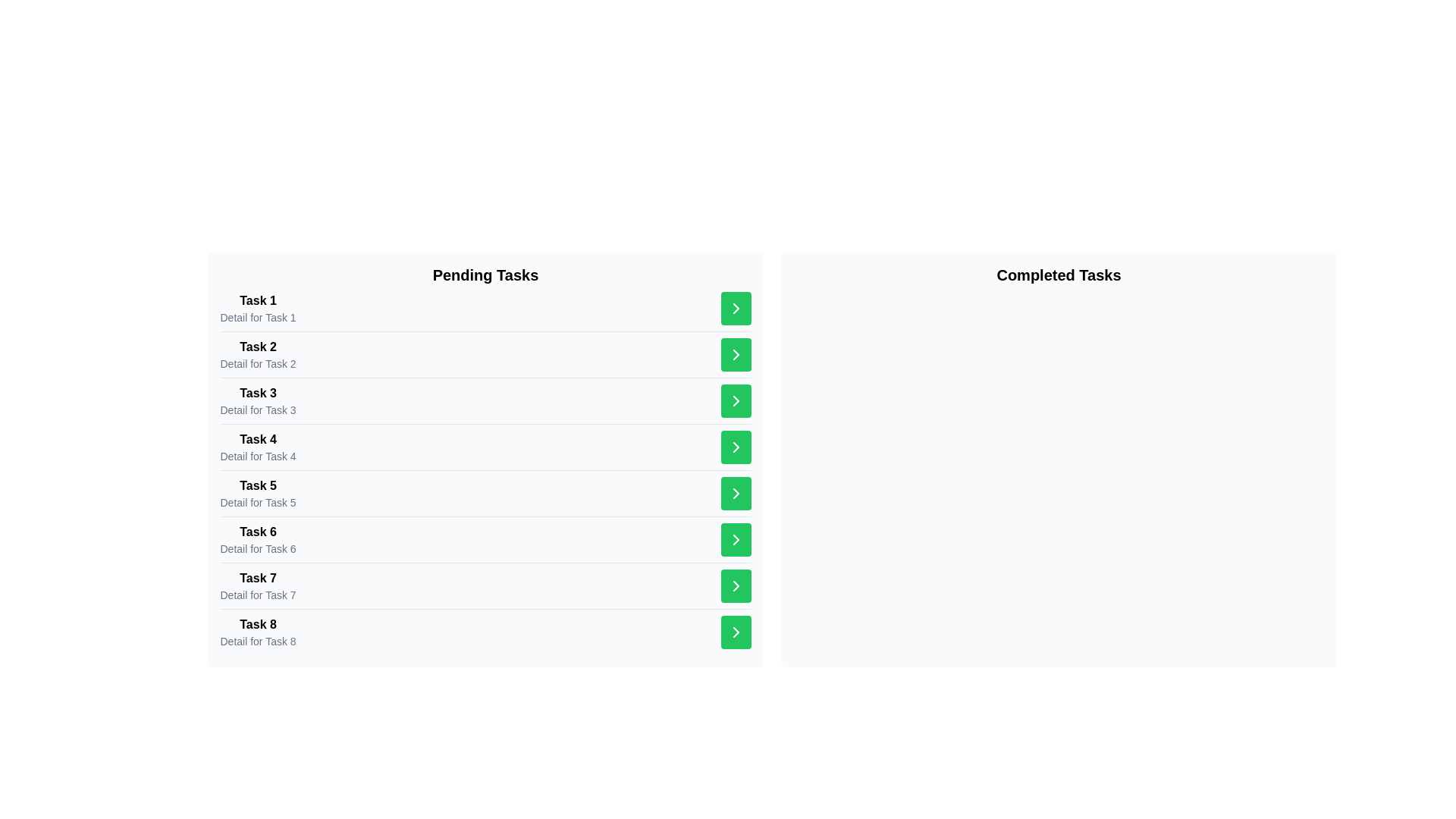 Image resolution: width=1456 pixels, height=819 pixels. What do you see at coordinates (736, 585) in the screenshot?
I see `the right-chevron graphical icon button located on the right side of the row labeled 'Task 8'` at bounding box center [736, 585].